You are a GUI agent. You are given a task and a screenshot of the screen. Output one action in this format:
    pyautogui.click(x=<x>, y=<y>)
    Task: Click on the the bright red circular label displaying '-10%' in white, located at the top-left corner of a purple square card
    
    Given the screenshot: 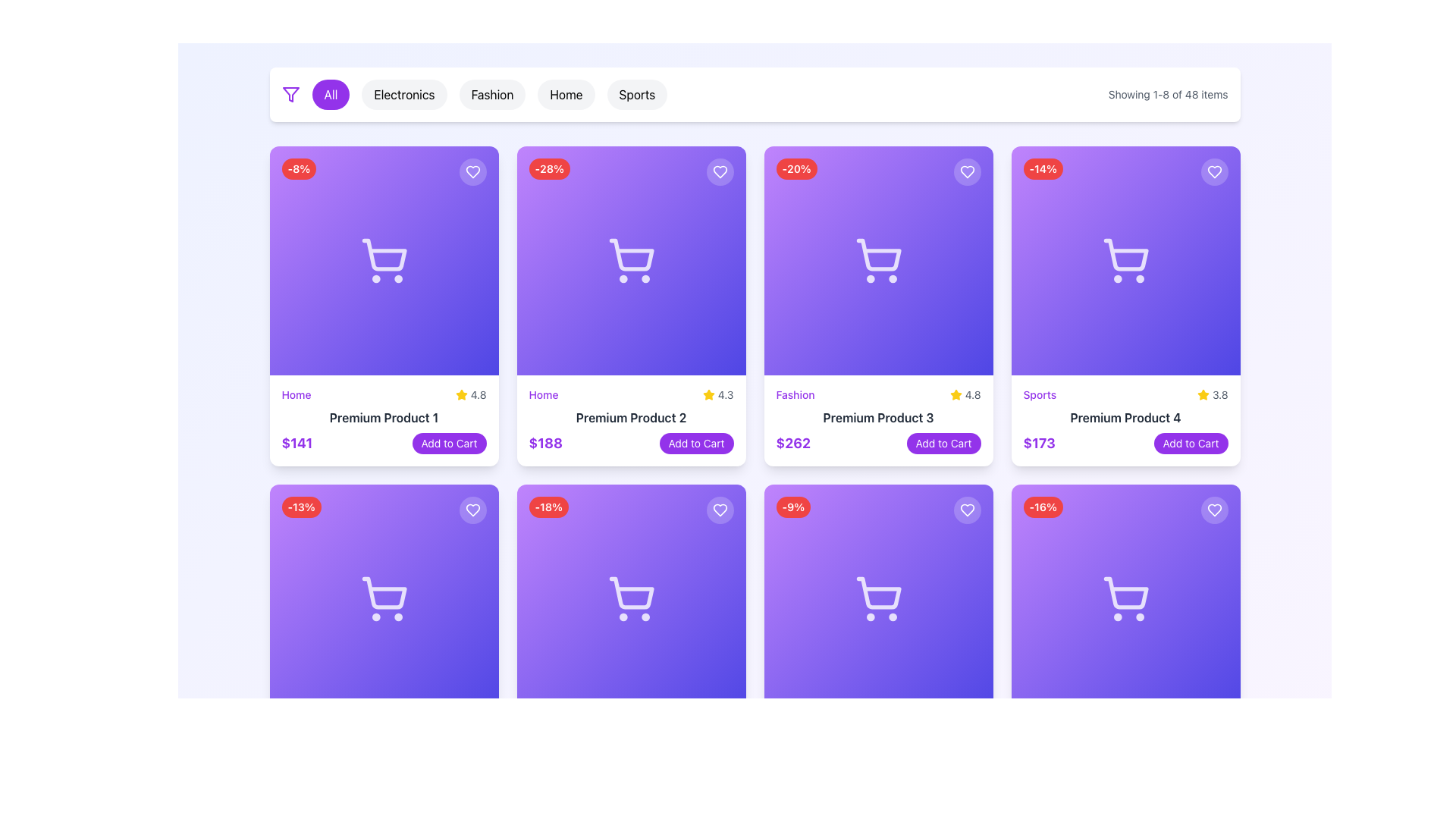 What is the action you would take?
    pyautogui.click(x=1042, y=507)
    